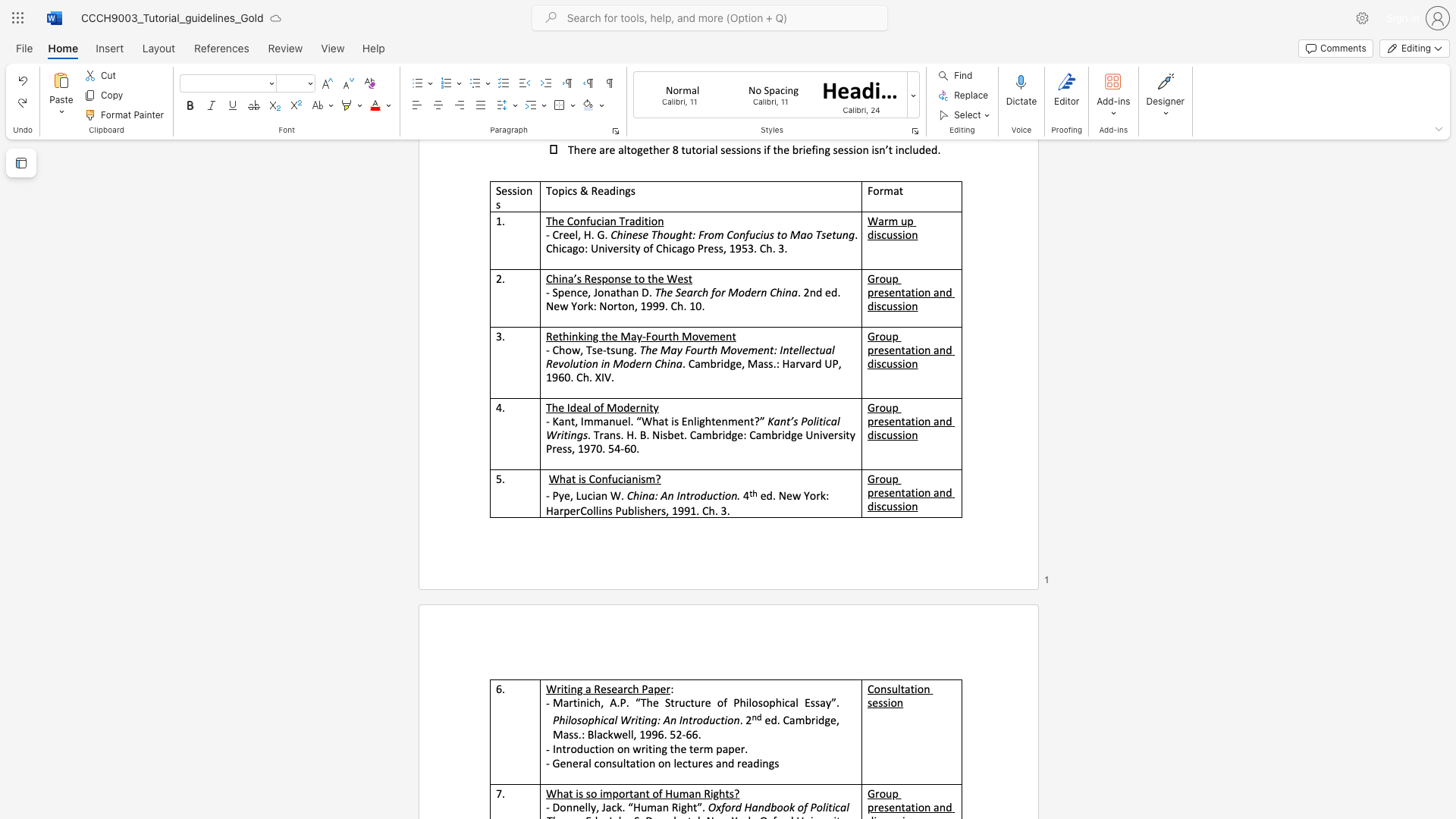 This screenshot has width=1456, height=819. What do you see at coordinates (565, 479) in the screenshot?
I see `the subset text "at i" within the text "What is Confucianism?"` at bounding box center [565, 479].